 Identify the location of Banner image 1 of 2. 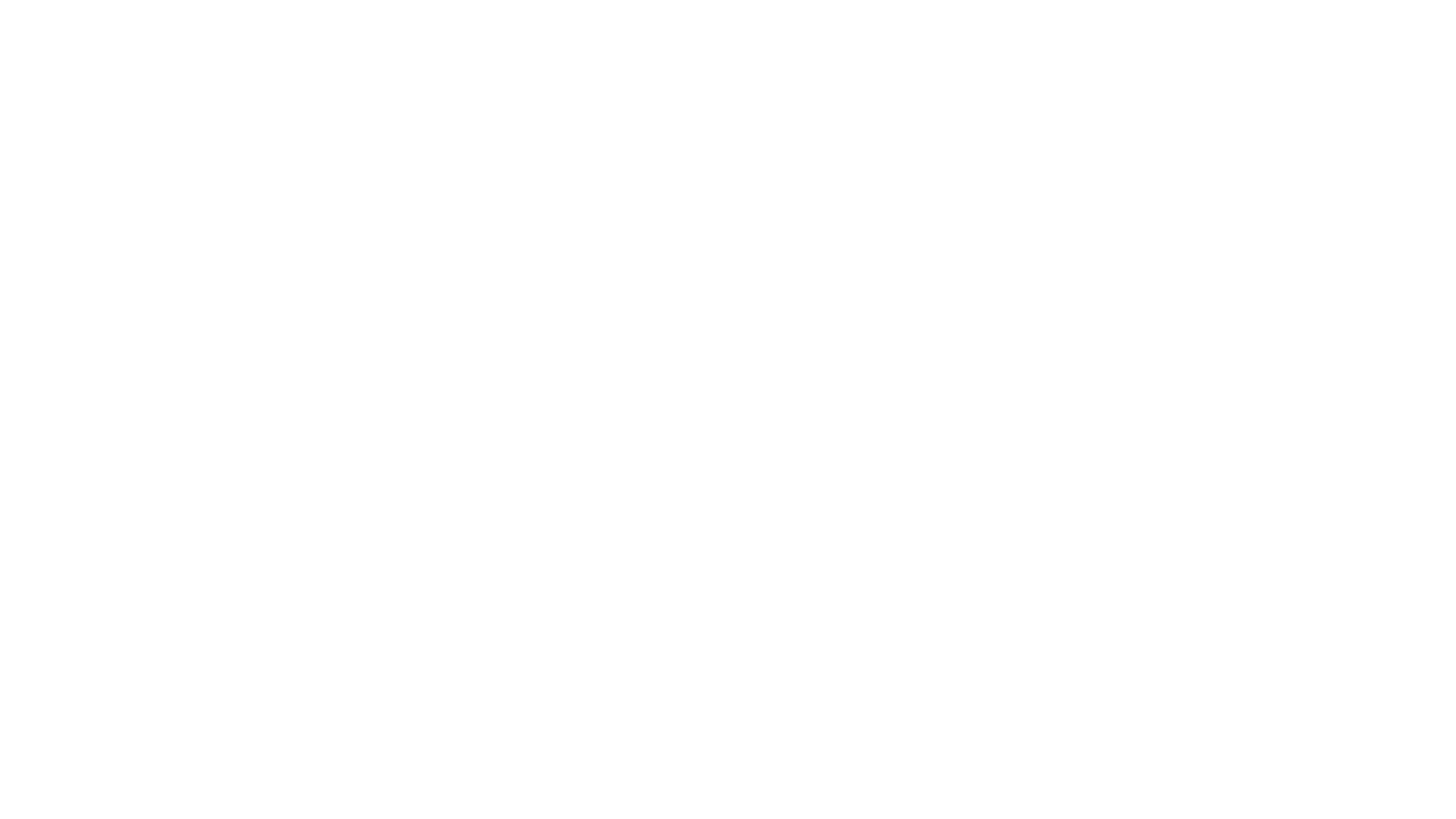
(315, 104).